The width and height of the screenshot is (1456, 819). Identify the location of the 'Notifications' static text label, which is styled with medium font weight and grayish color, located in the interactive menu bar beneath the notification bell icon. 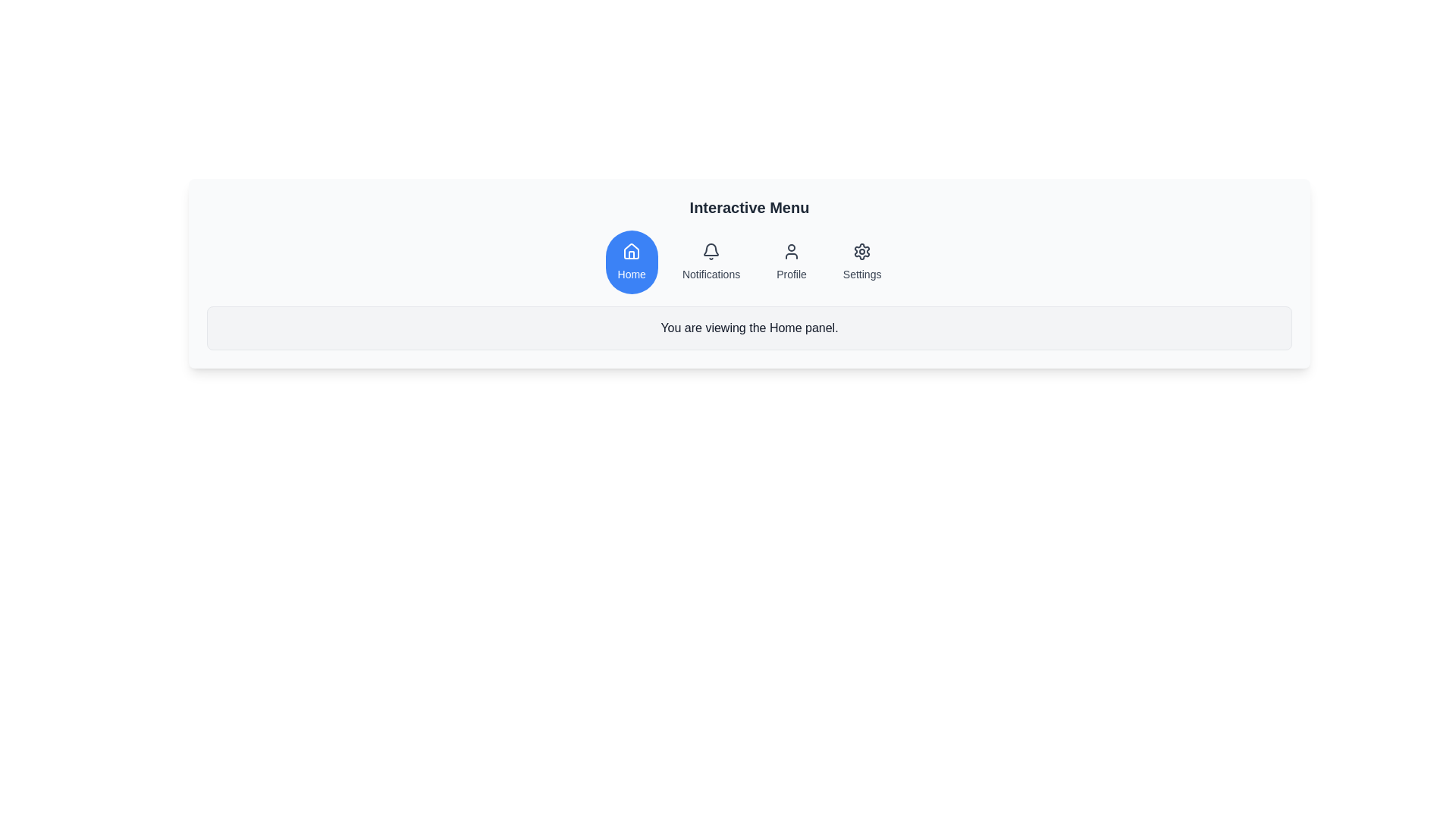
(711, 275).